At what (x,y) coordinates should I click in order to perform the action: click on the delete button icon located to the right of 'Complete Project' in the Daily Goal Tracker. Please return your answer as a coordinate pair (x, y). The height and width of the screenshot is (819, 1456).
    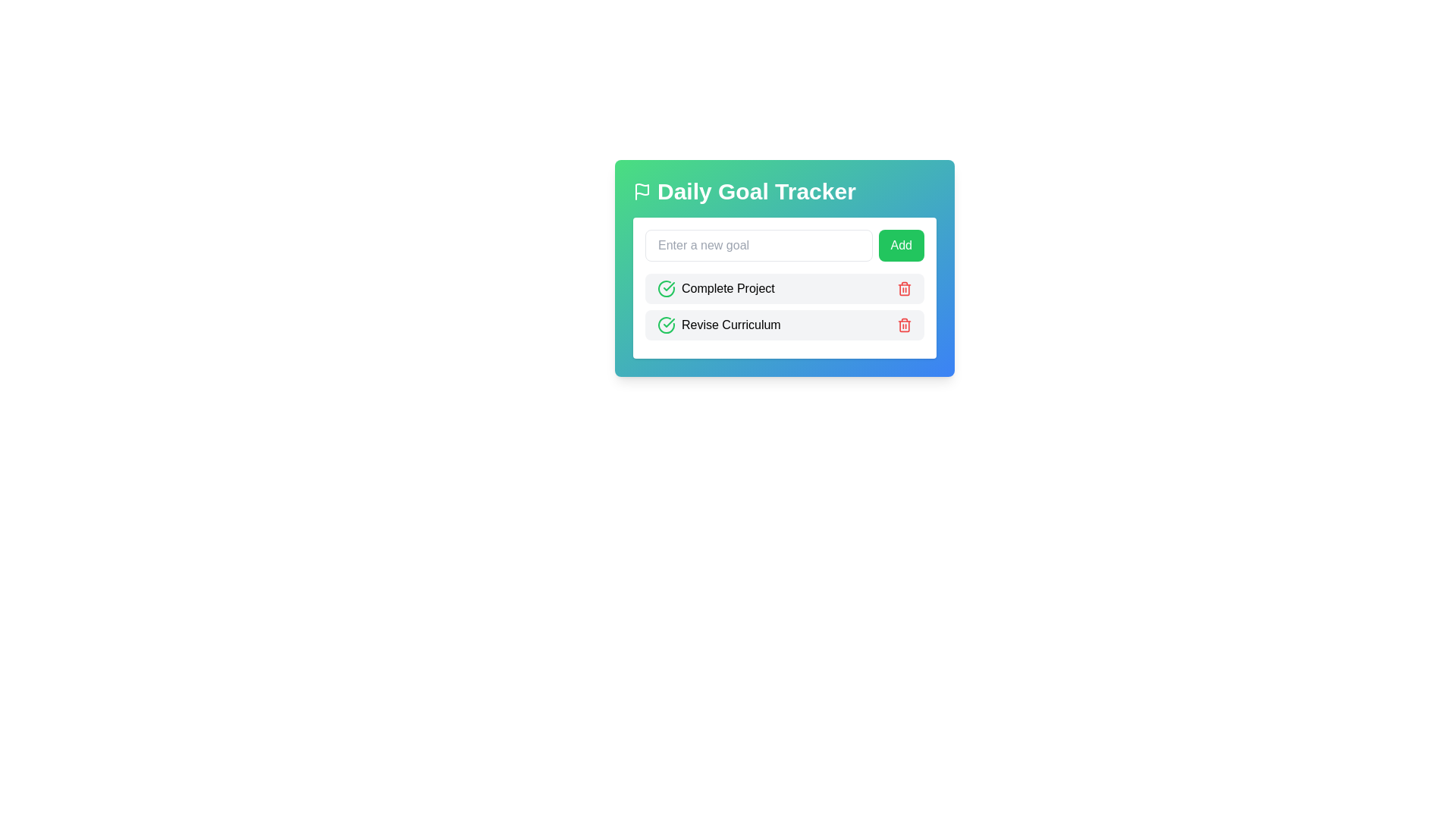
    Looking at the image, I should click on (905, 289).